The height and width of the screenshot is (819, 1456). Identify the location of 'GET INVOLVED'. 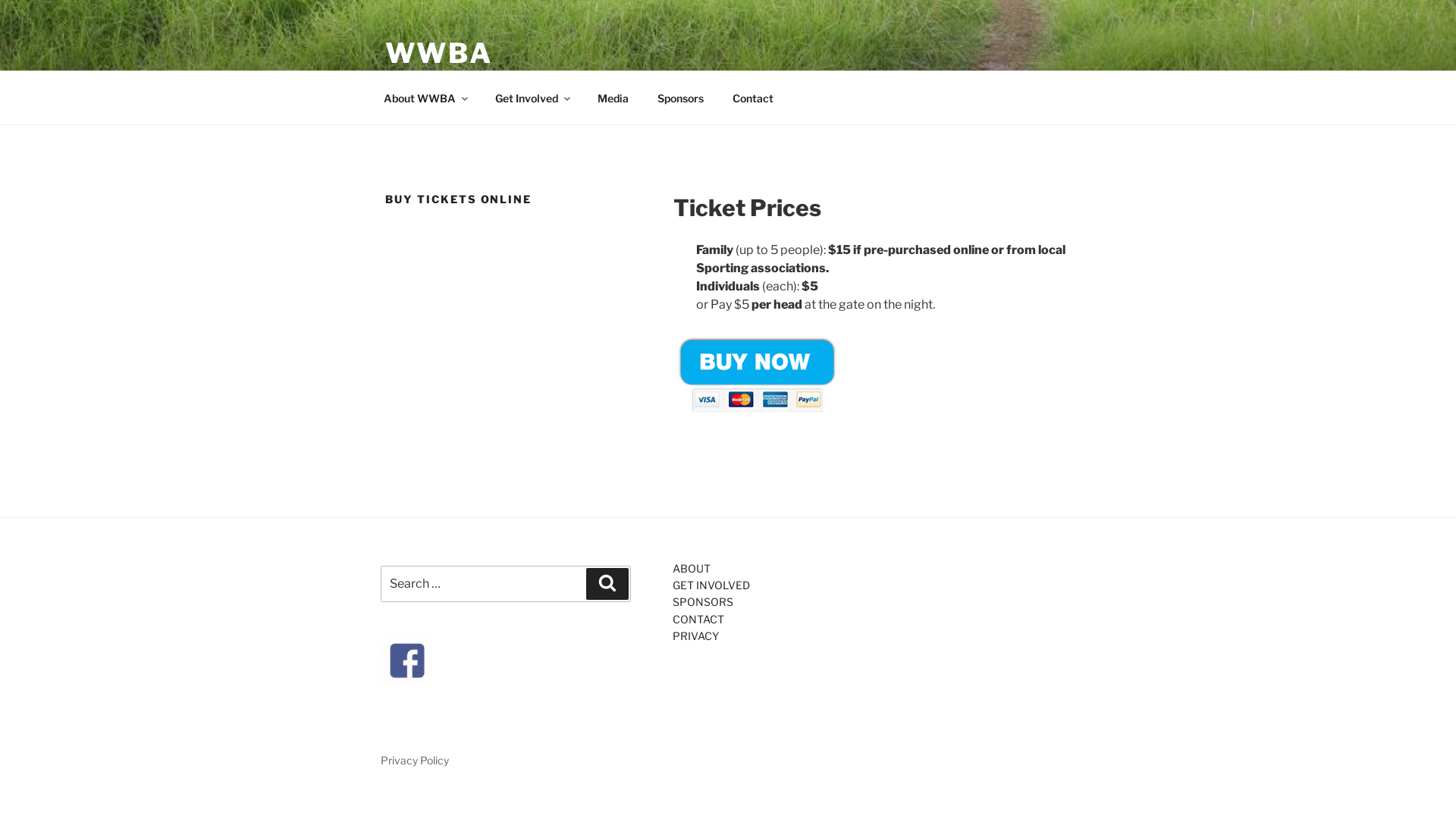
(672, 584).